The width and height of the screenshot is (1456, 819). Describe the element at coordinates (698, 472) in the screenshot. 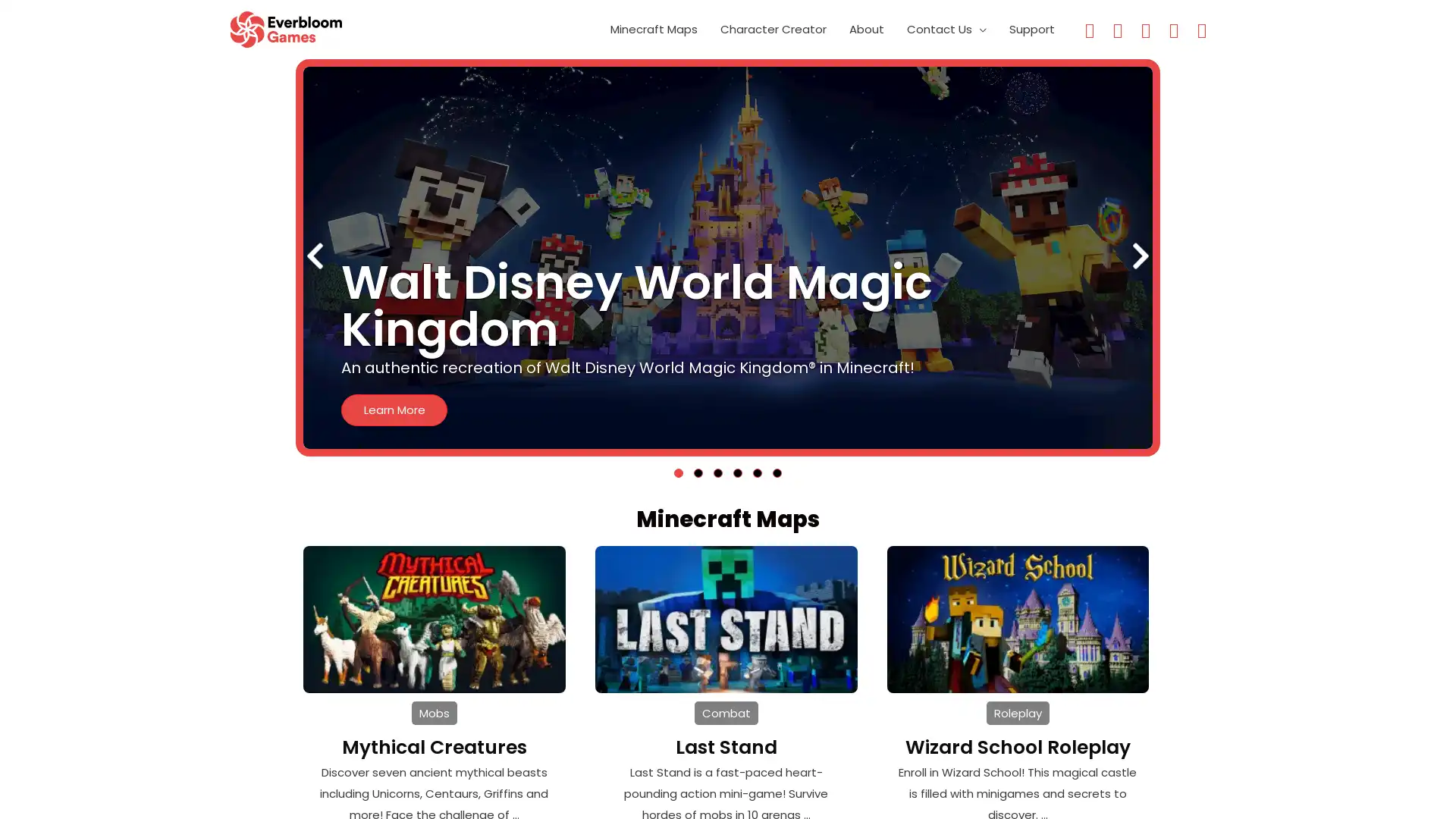

I see `Page 2` at that location.